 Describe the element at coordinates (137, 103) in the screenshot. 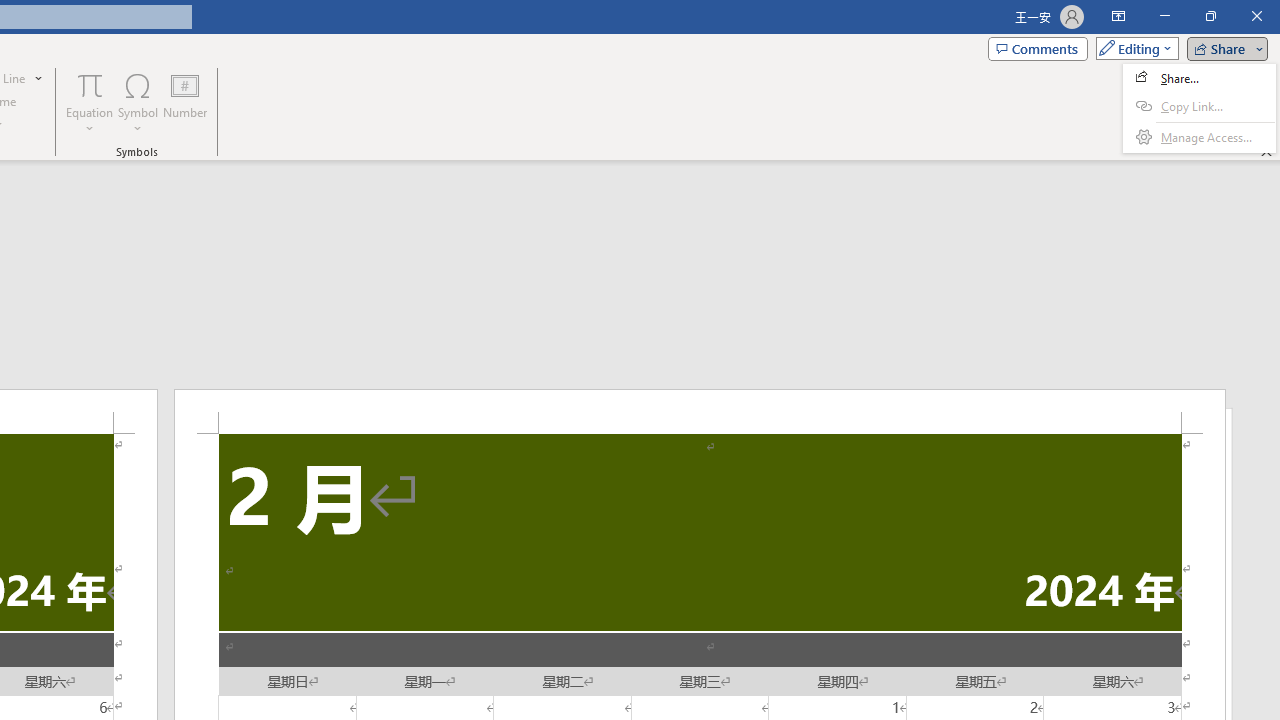

I see `'Symbol'` at that location.